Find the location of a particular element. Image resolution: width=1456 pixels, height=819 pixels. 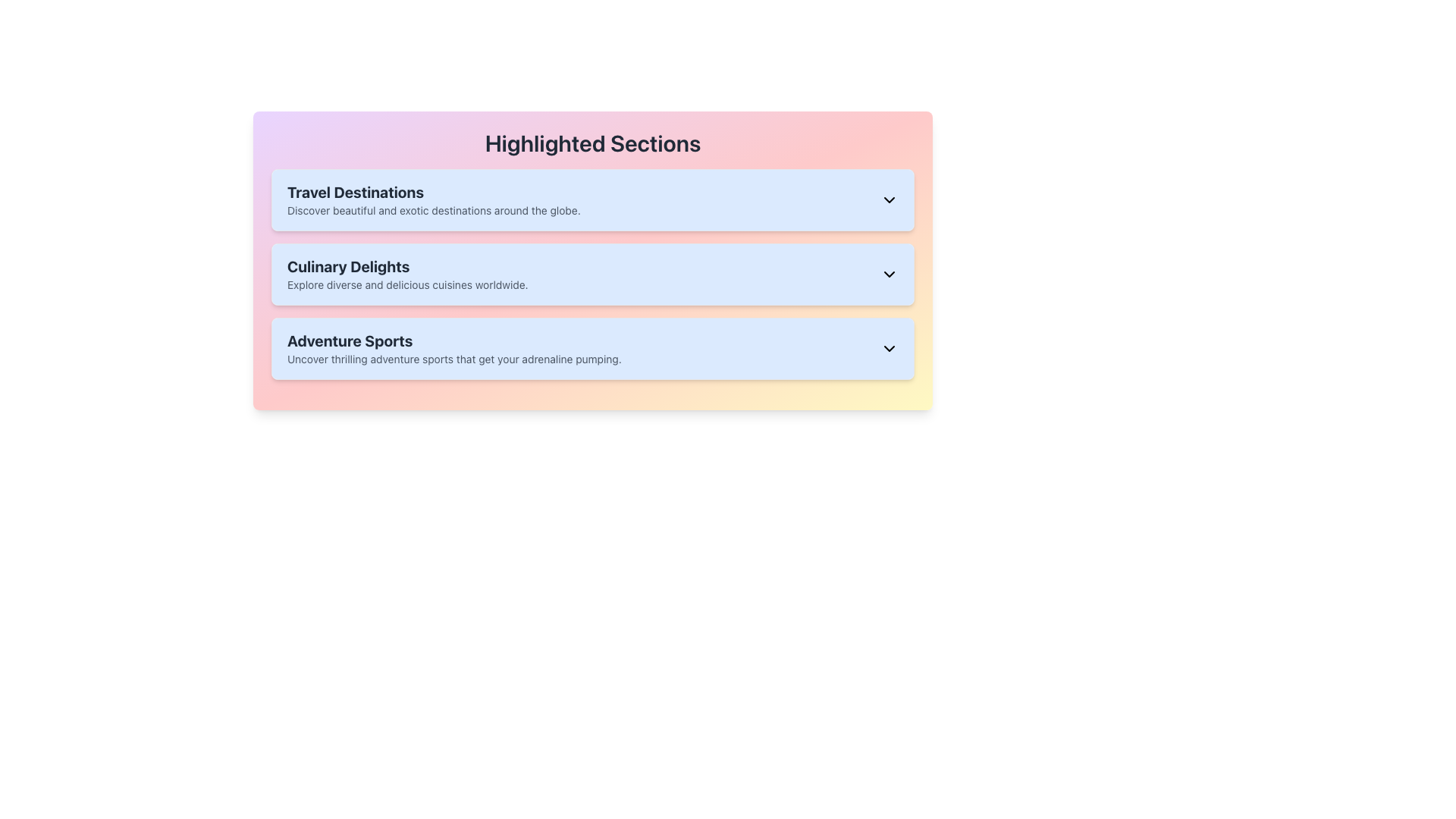

the dropdown indicator arrow located at the rightmost position in the 'Adventure Sports' section is located at coordinates (889, 348).